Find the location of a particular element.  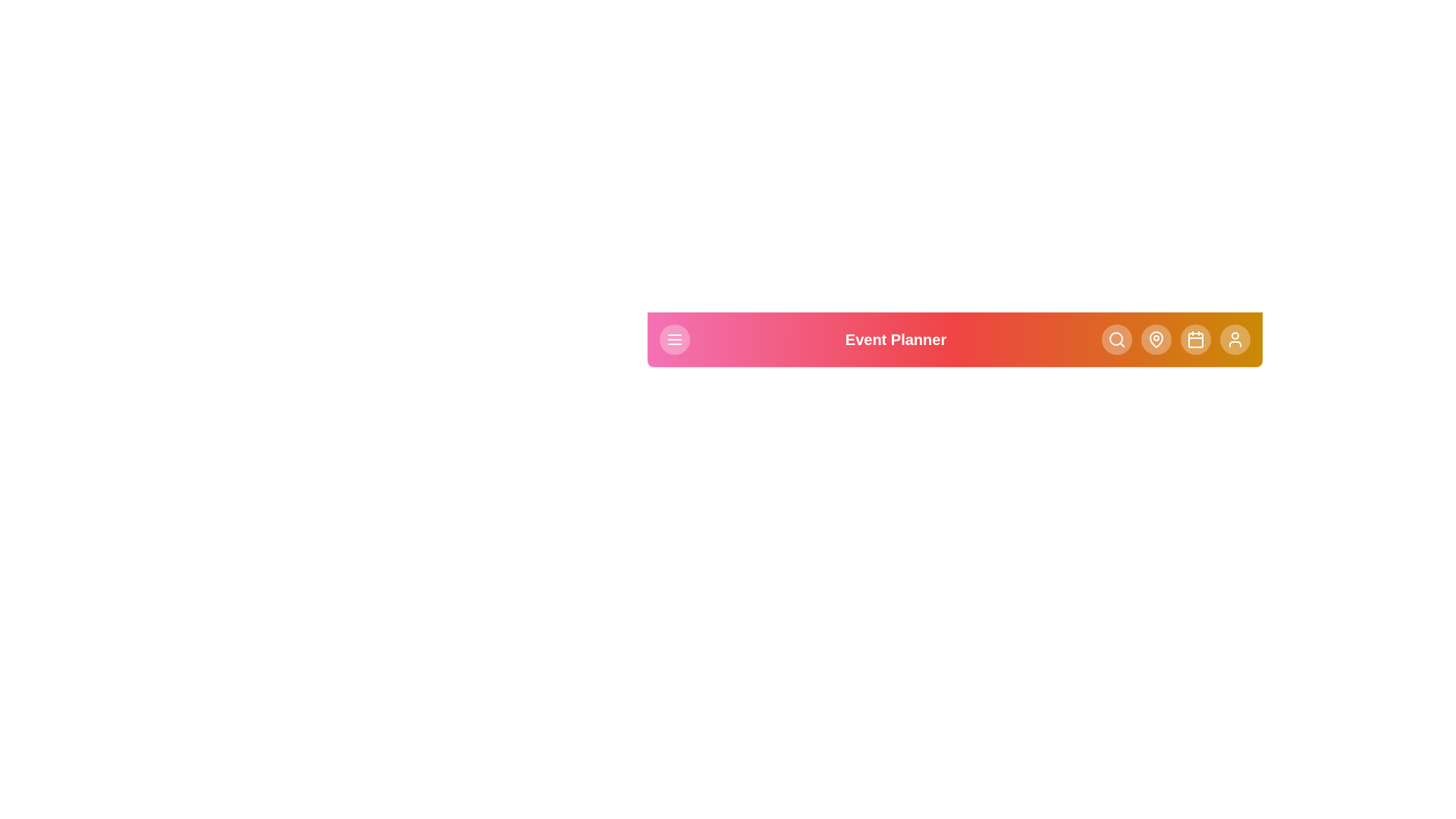

the menu button to toggle the menu is located at coordinates (673, 338).